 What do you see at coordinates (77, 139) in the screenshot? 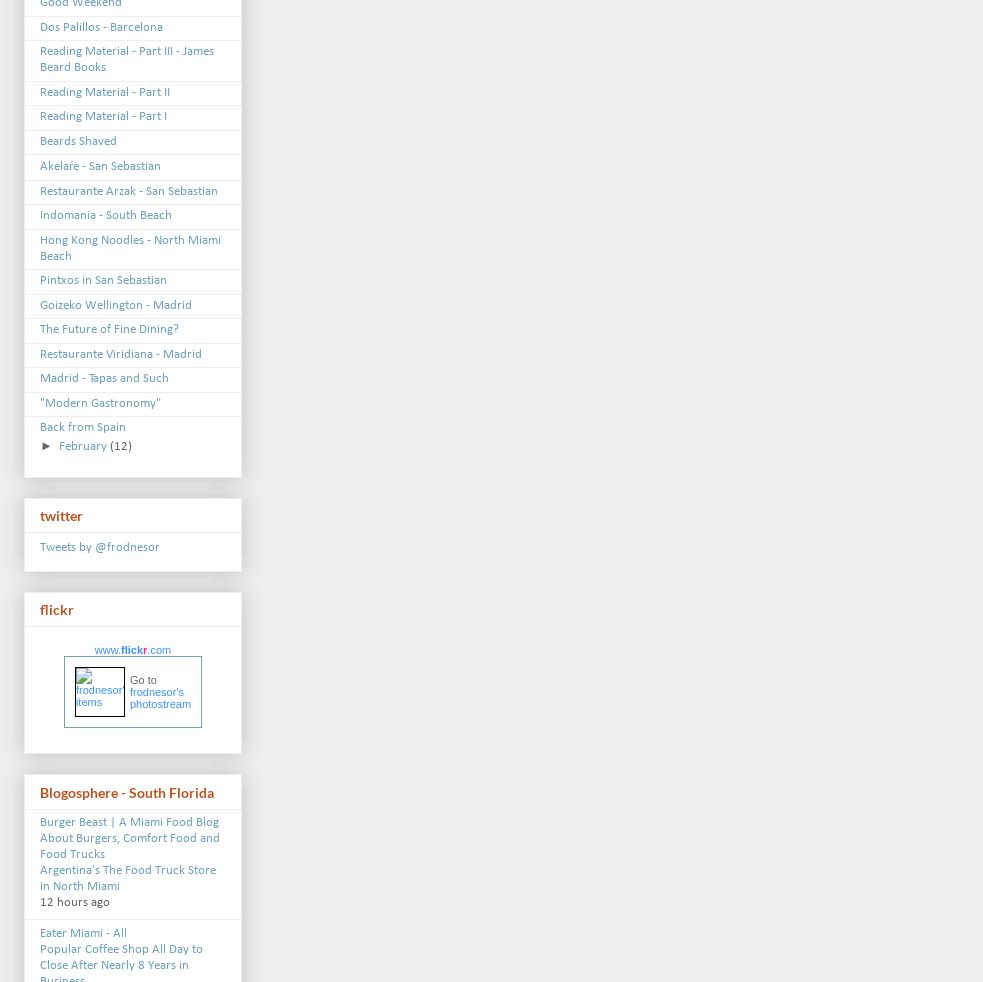
I see `'Beards Shaved'` at bounding box center [77, 139].